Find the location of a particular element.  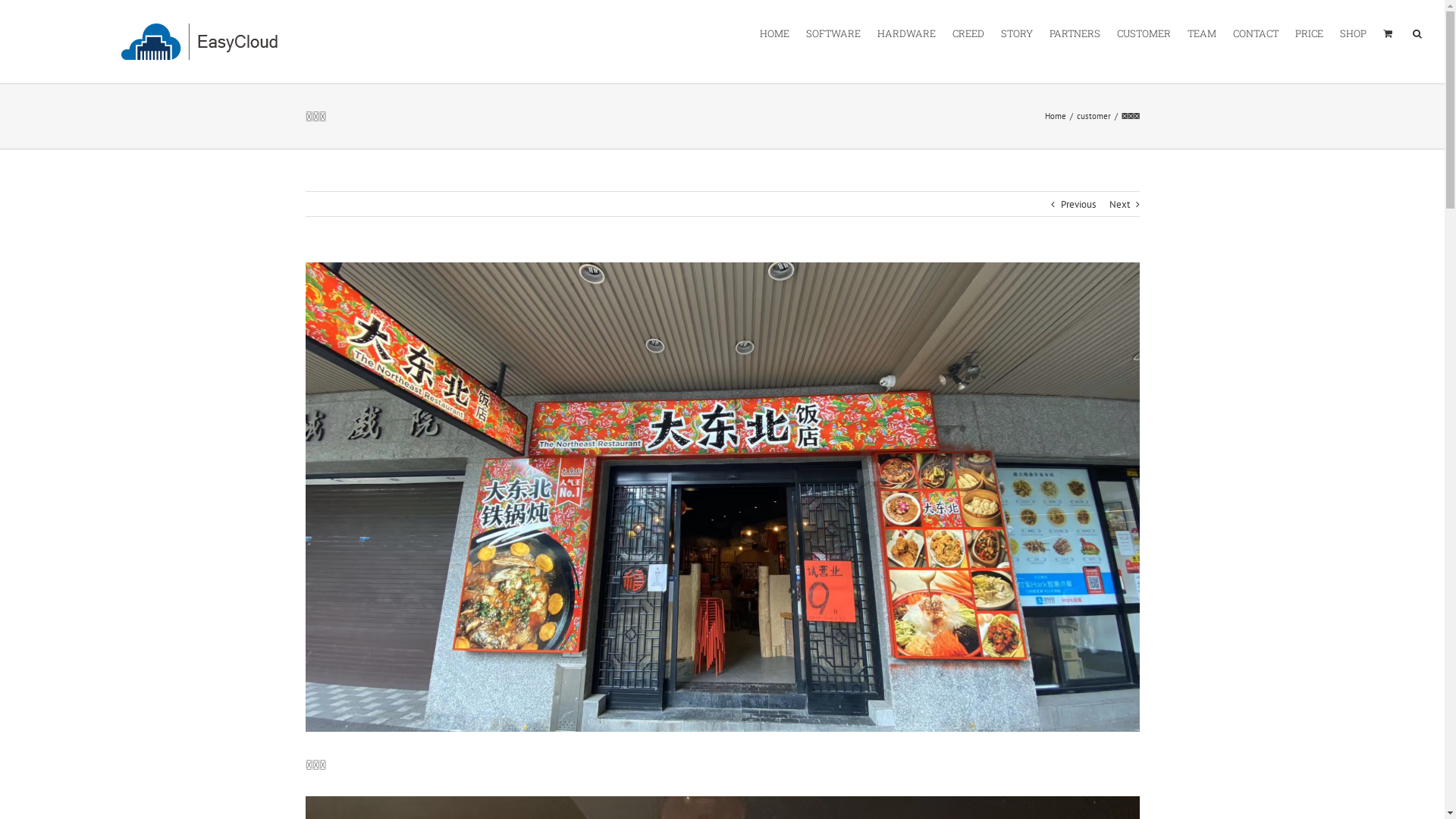

'CREED' is located at coordinates (967, 32).